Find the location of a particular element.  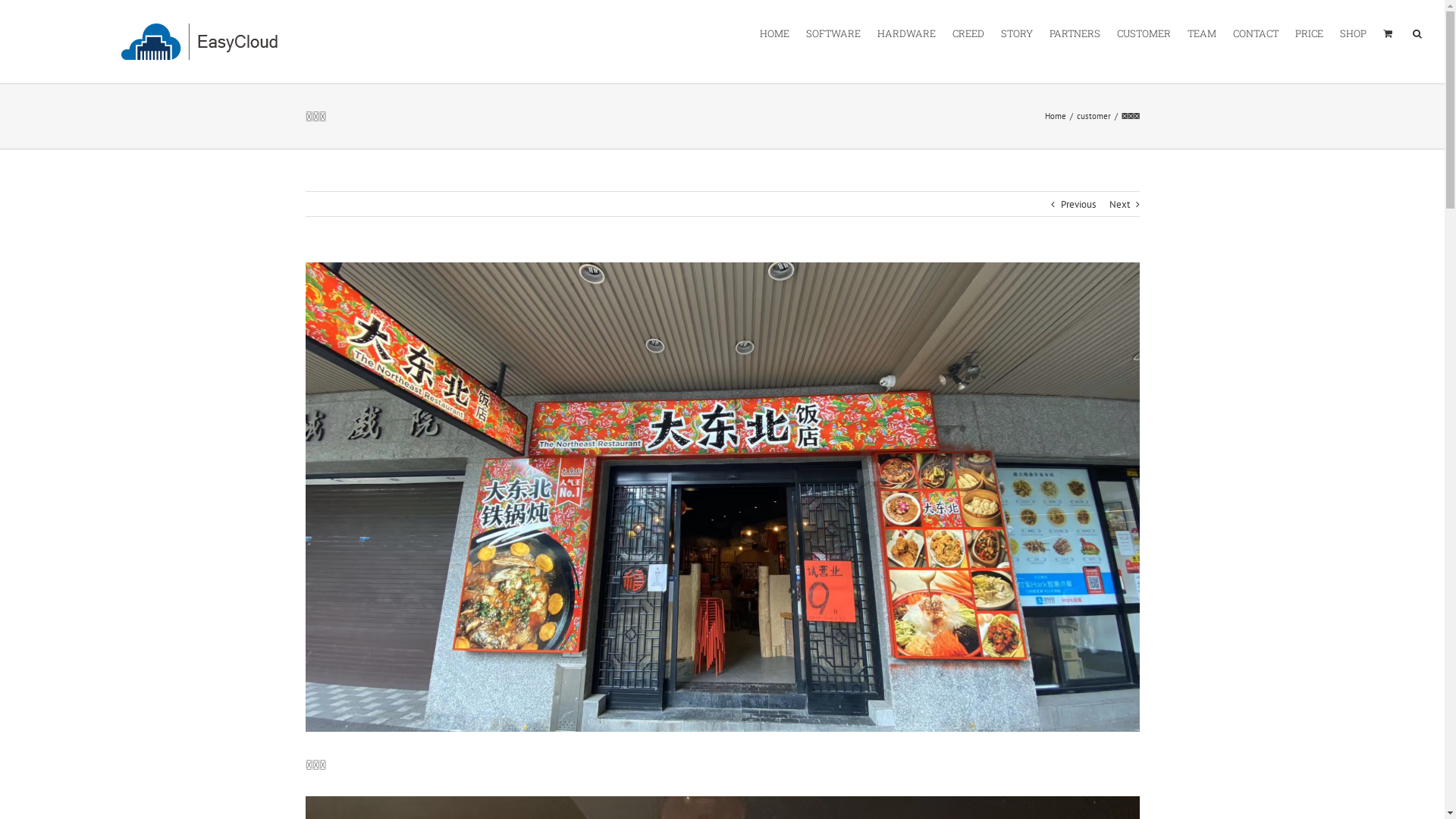

'CREED' is located at coordinates (967, 32).